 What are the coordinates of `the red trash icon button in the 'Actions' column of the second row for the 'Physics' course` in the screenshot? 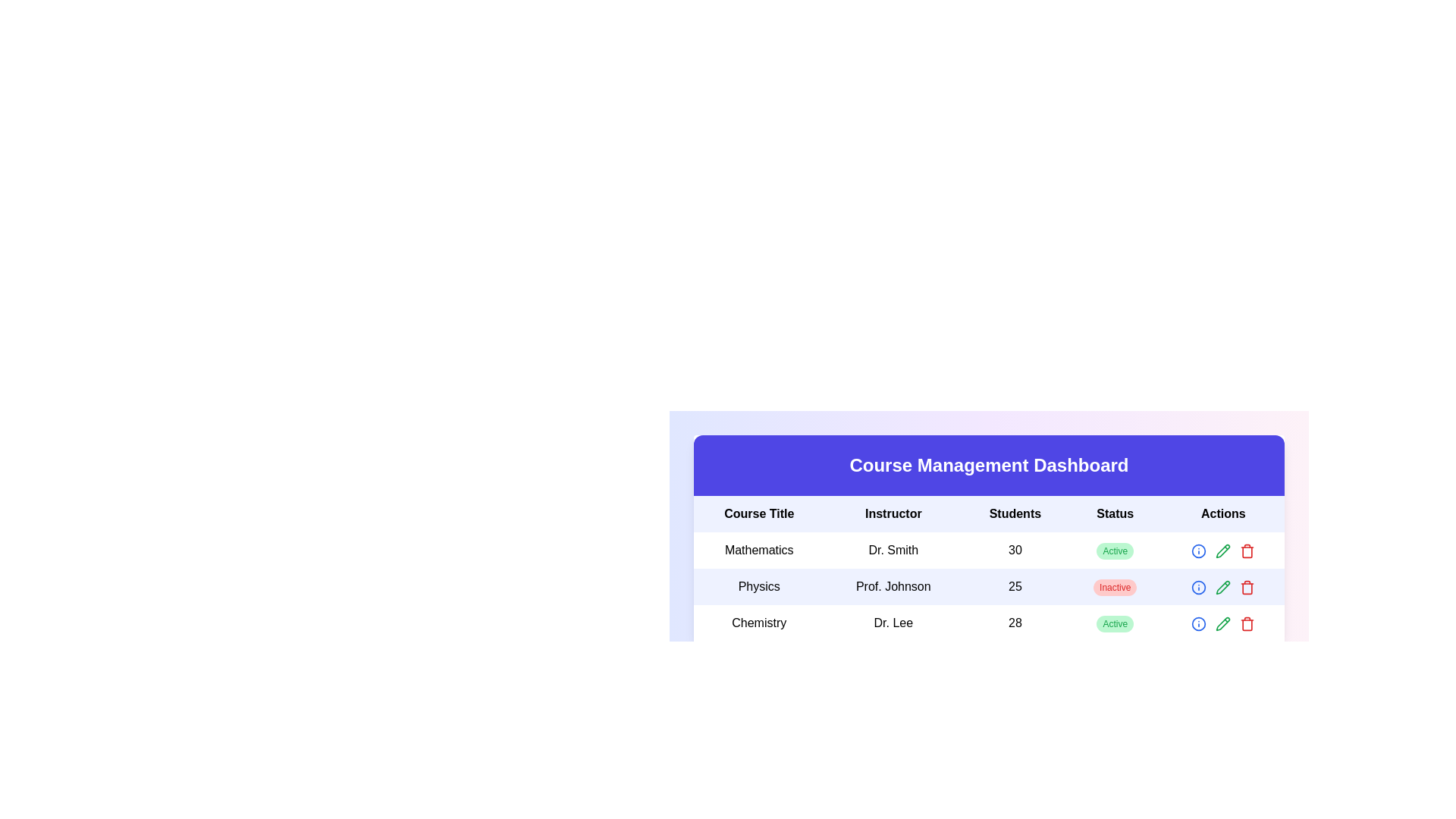 It's located at (1247, 586).